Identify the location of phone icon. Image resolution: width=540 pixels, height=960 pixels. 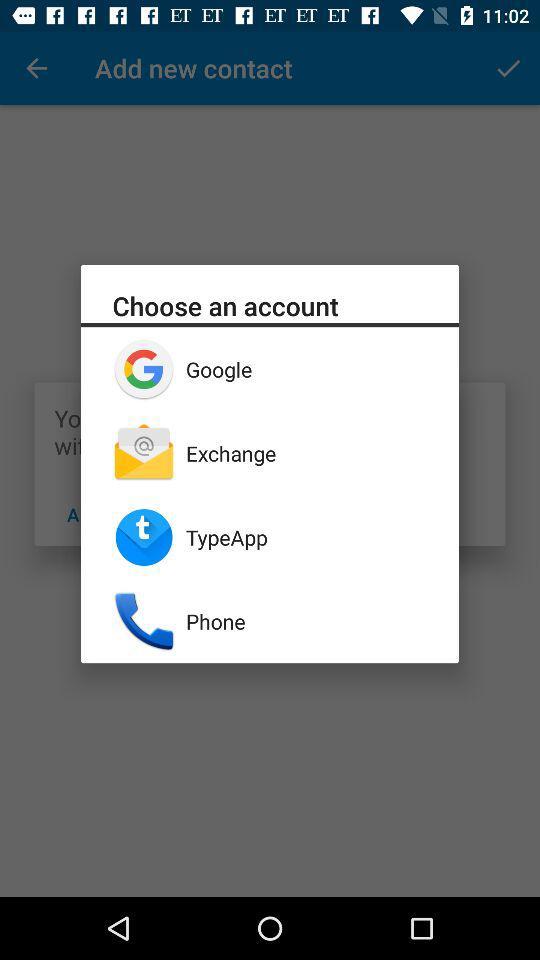
(306, 620).